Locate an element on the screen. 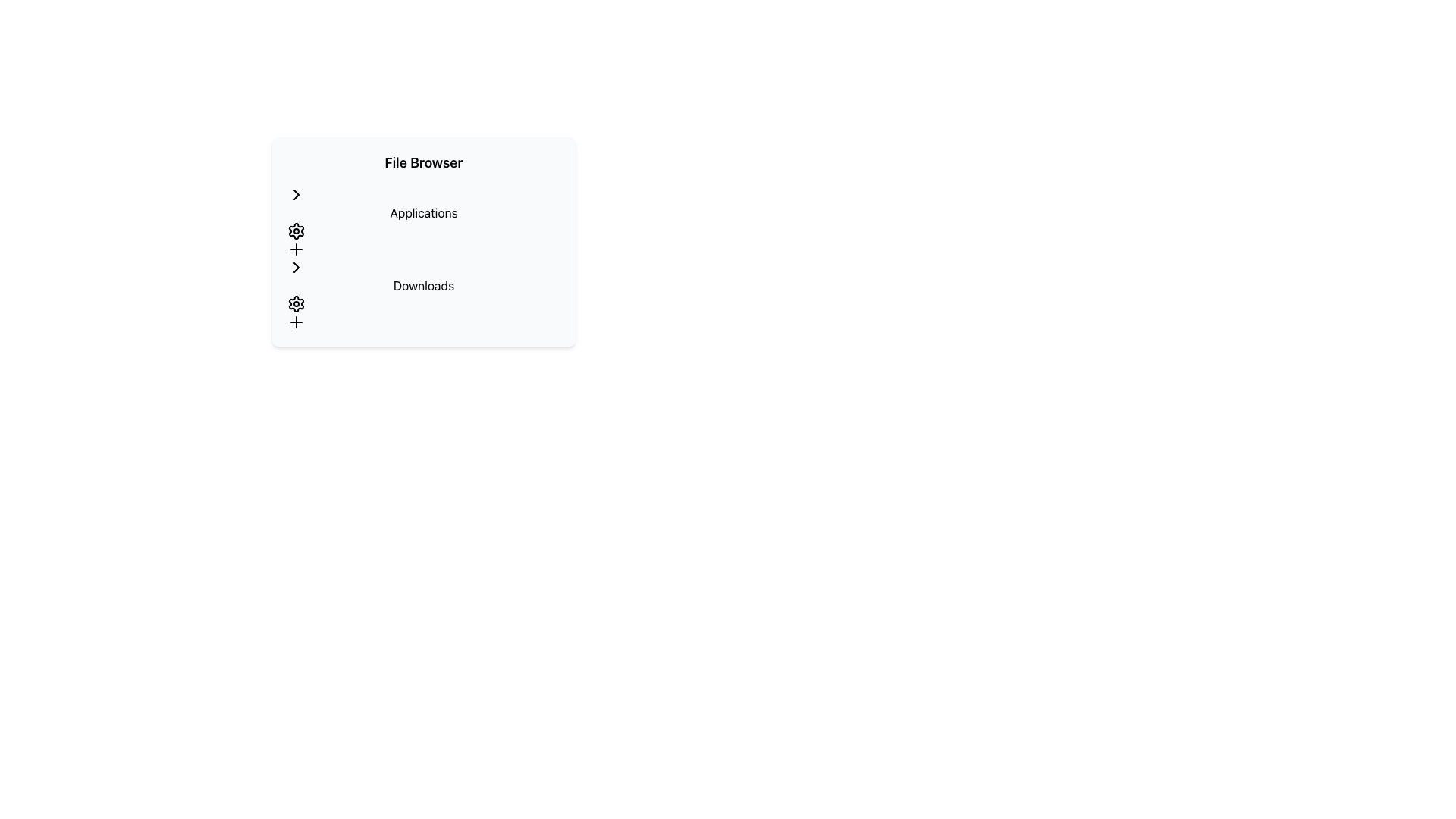 Image resolution: width=1456 pixels, height=819 pixels. the gear-shaped SVG icon in the sidebar is located at coordinates (296, 304).